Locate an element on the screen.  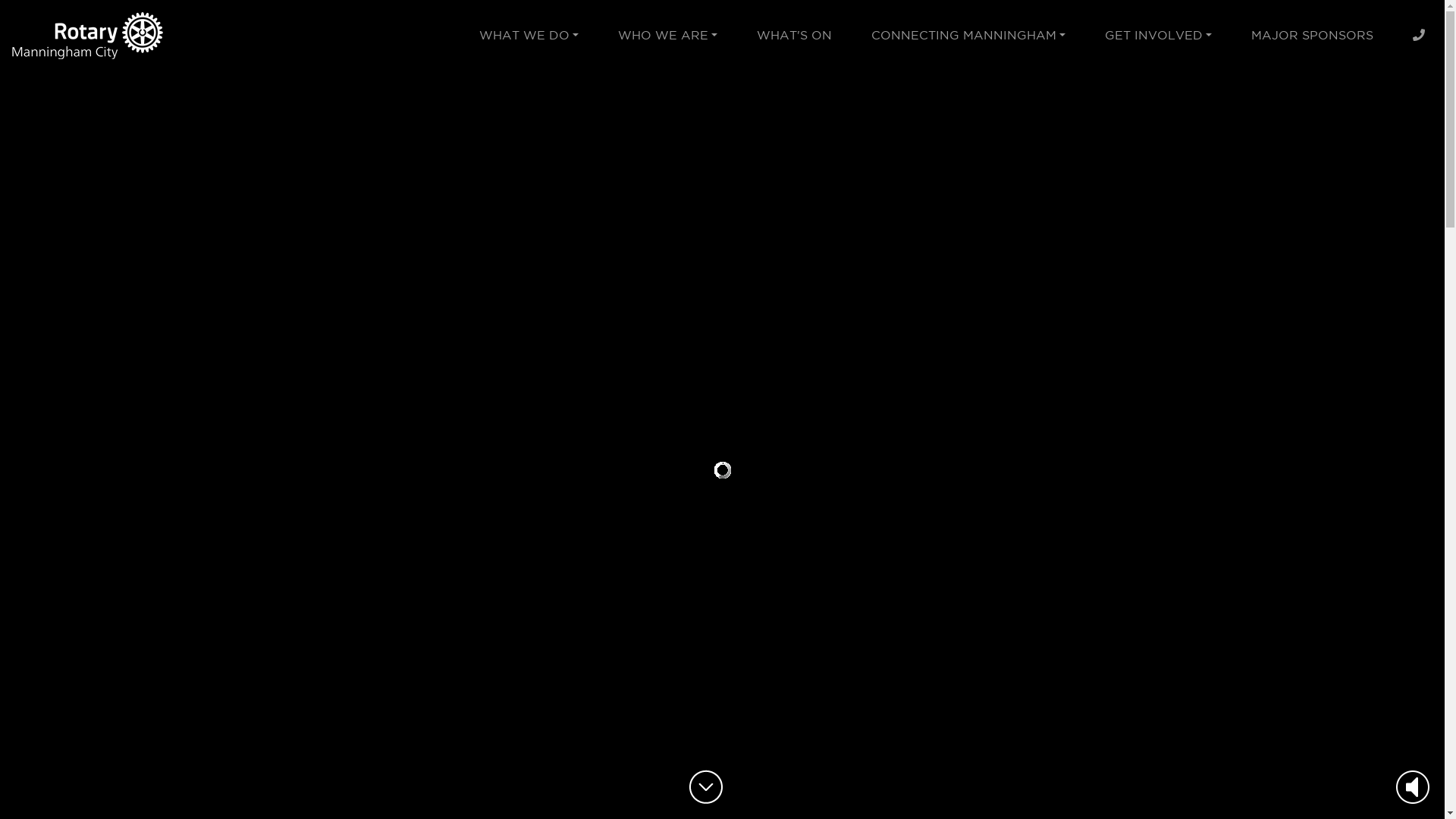
'GET INVOLVED' is located at coordinates (1157, 37).